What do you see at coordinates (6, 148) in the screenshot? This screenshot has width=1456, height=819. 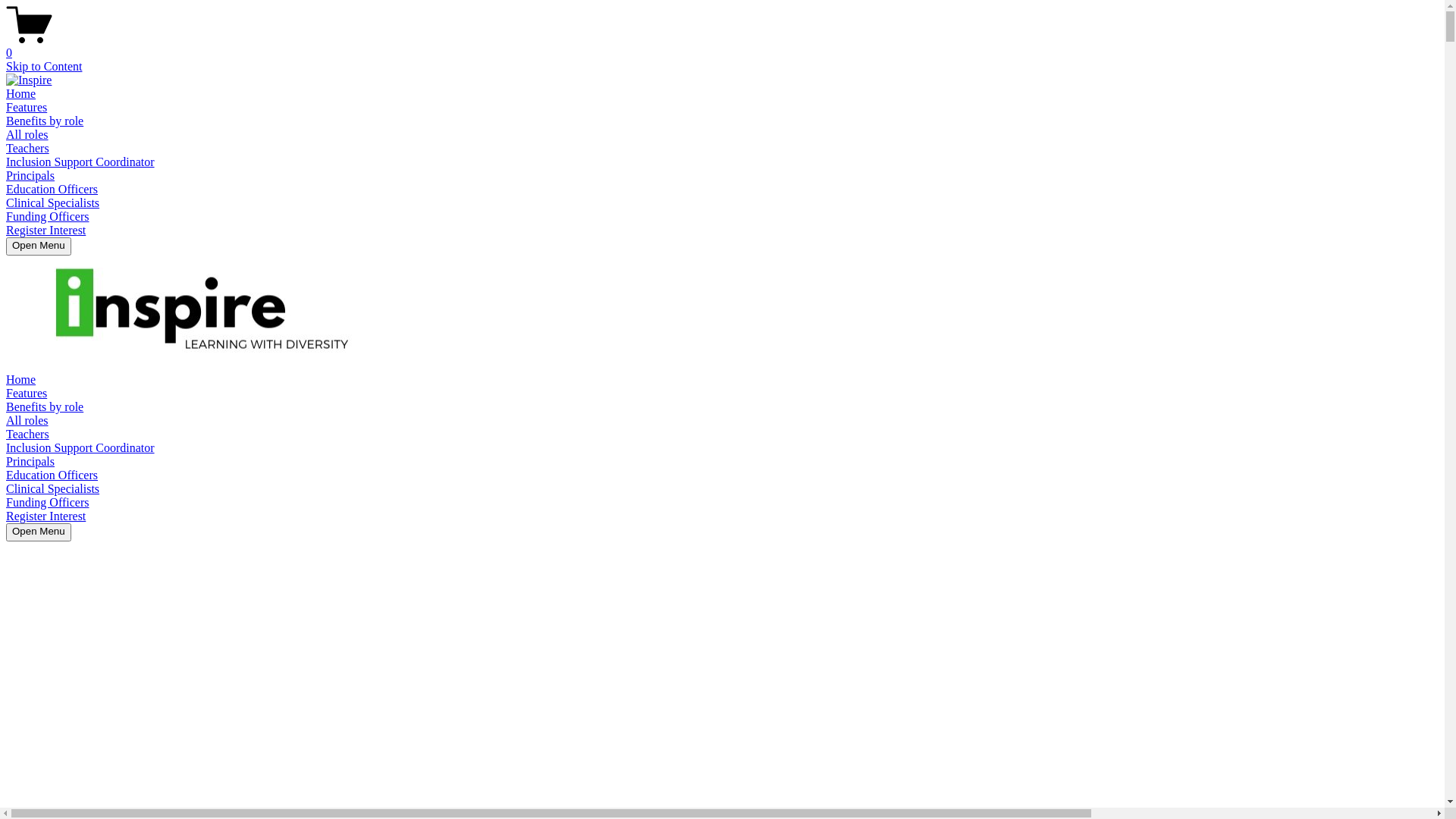 I see `'Teachers'` at bounding box center [6, 148].